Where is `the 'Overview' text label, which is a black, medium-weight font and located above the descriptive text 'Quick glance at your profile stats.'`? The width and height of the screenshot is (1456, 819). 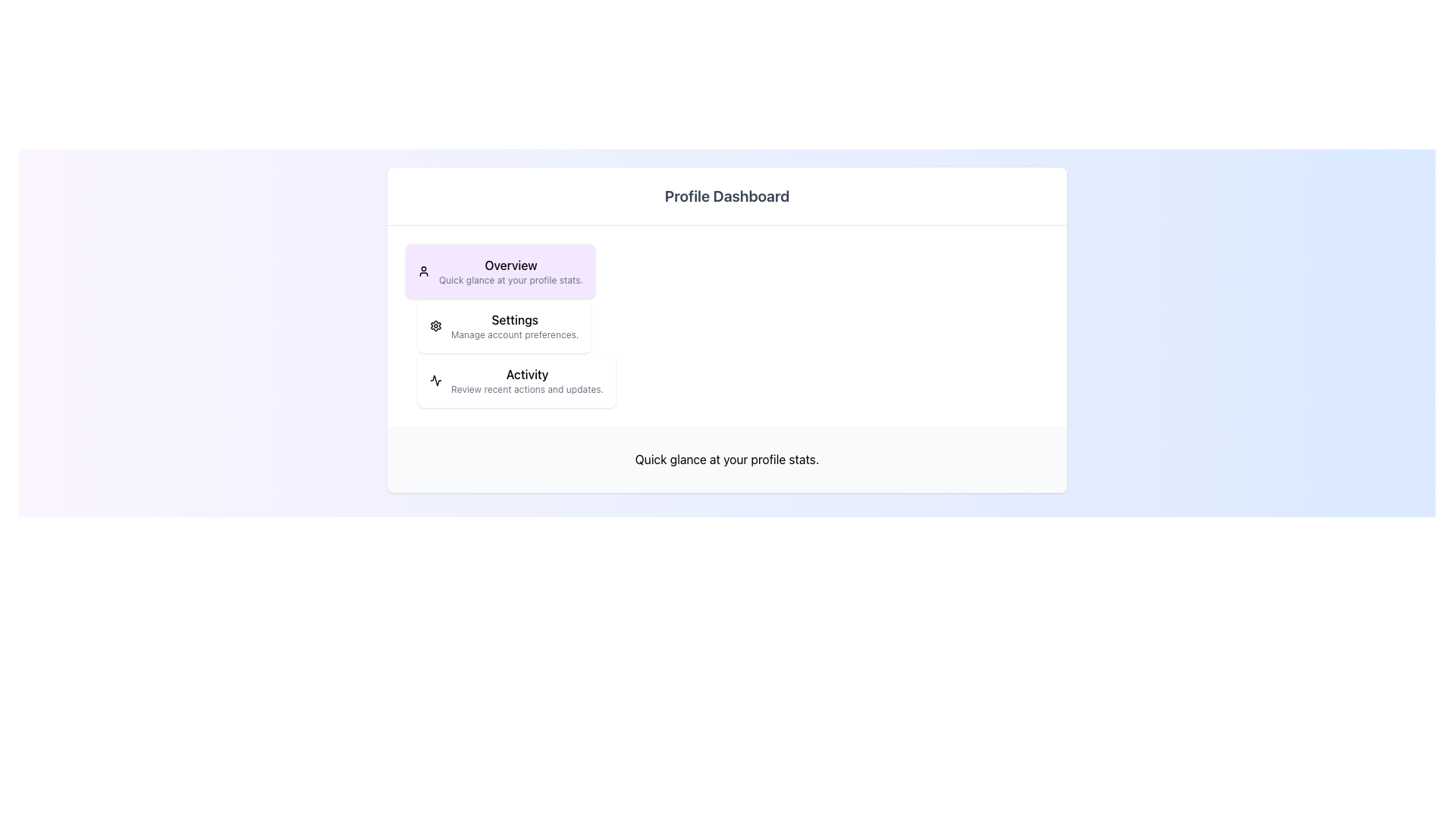
the 'Overview' text label, which is a black, medium-weight font and located above the descriptive text 'Quick glance at your profile stats.' is located at coordinates (511, 265).